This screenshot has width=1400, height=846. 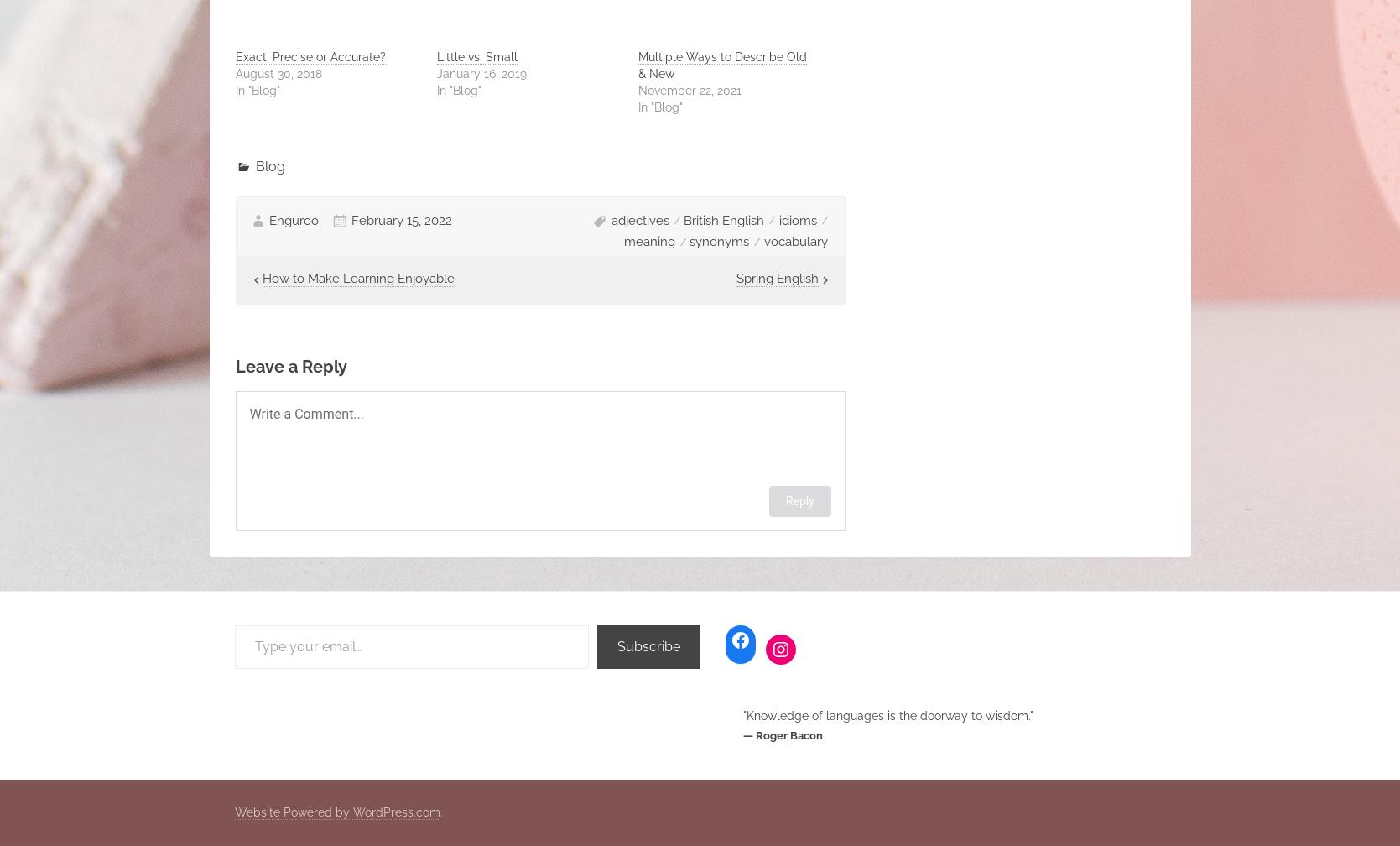 What do you see at coordinates (639, 219) in the screenshot?
I see `'adjectives'` at bounding box center [639, 219].